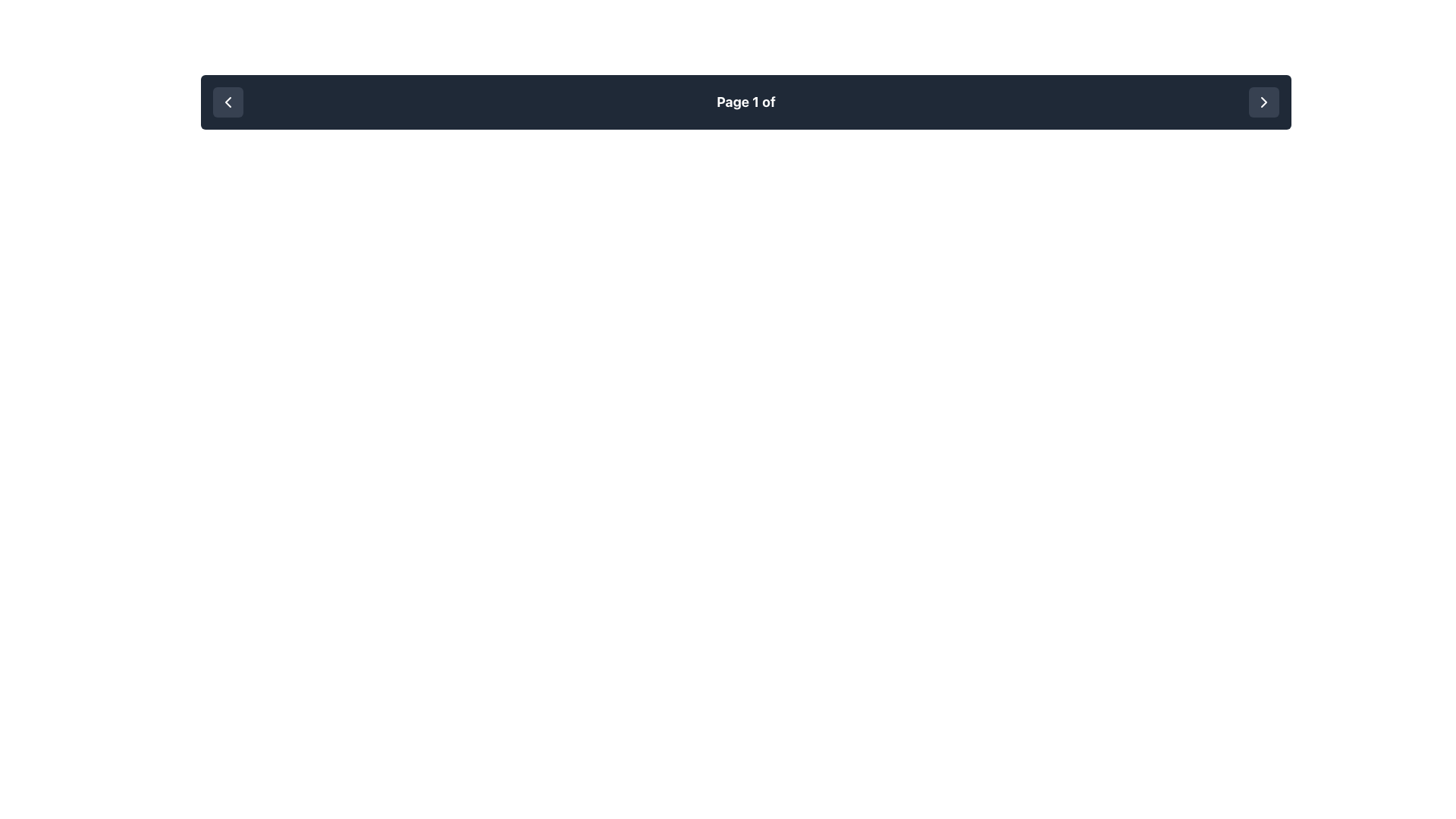 This screenshot has height=819, width=1456. I want to click on the leftwards pointing arrow icon, which is a minimalist outline styled as a chevron, located on the leftmost side of the header bar, so click(227, 102).